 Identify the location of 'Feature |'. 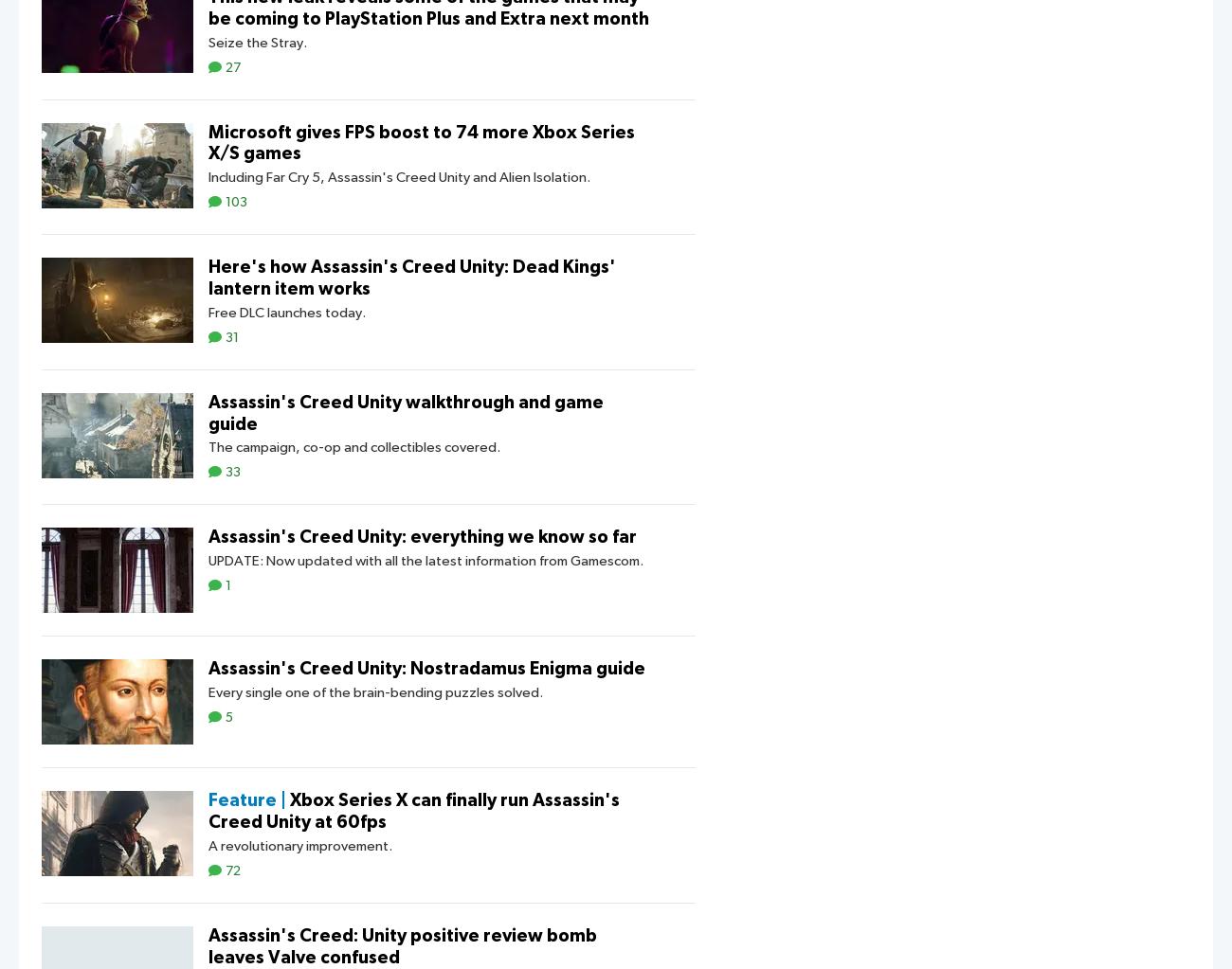
(246, 799).